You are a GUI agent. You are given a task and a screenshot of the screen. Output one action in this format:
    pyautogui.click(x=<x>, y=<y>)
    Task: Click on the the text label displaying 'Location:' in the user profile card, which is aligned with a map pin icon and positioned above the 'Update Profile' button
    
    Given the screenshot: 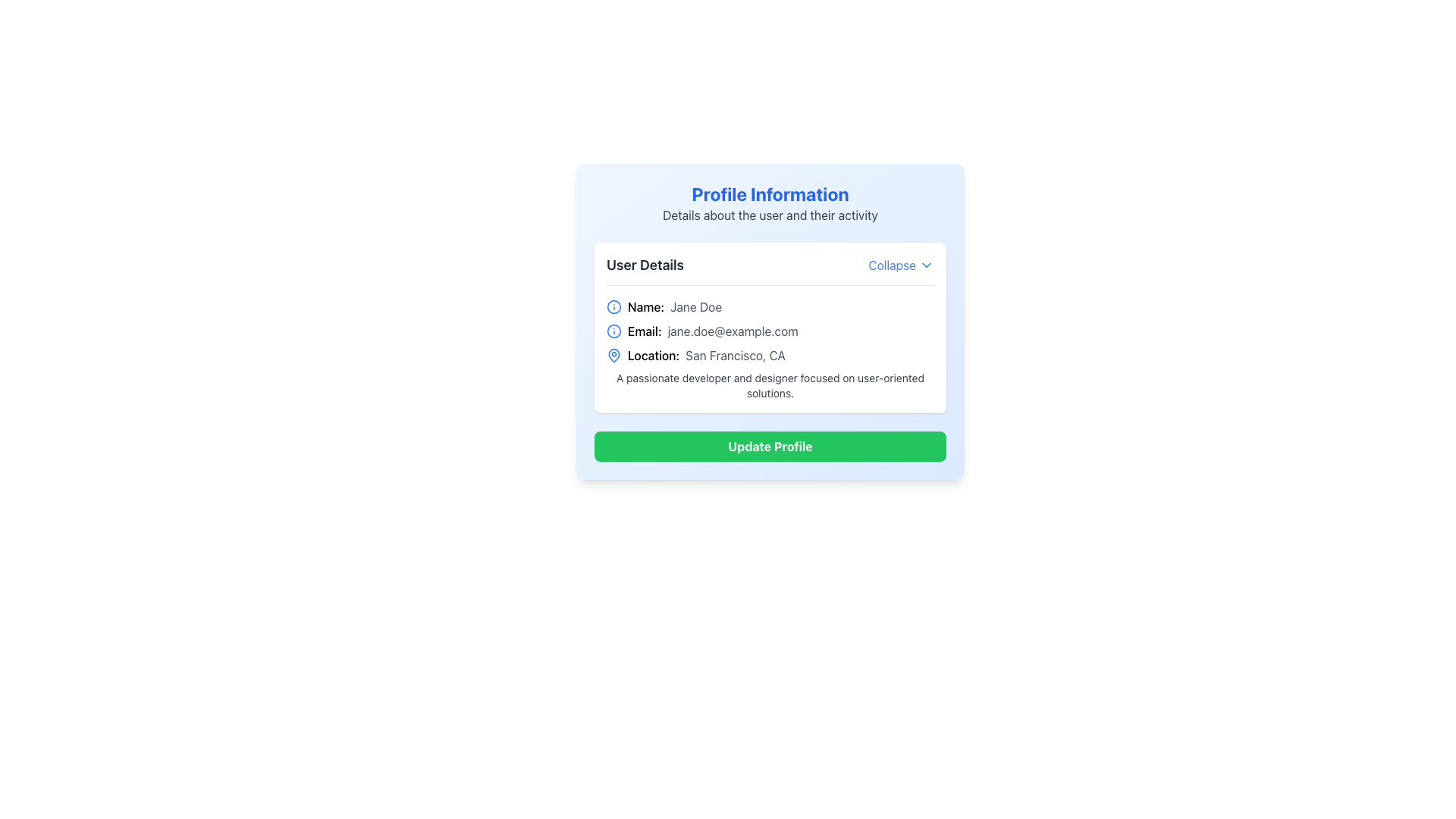 What is the action you would take?
    pyautogui.click(x=654, y=356)
    